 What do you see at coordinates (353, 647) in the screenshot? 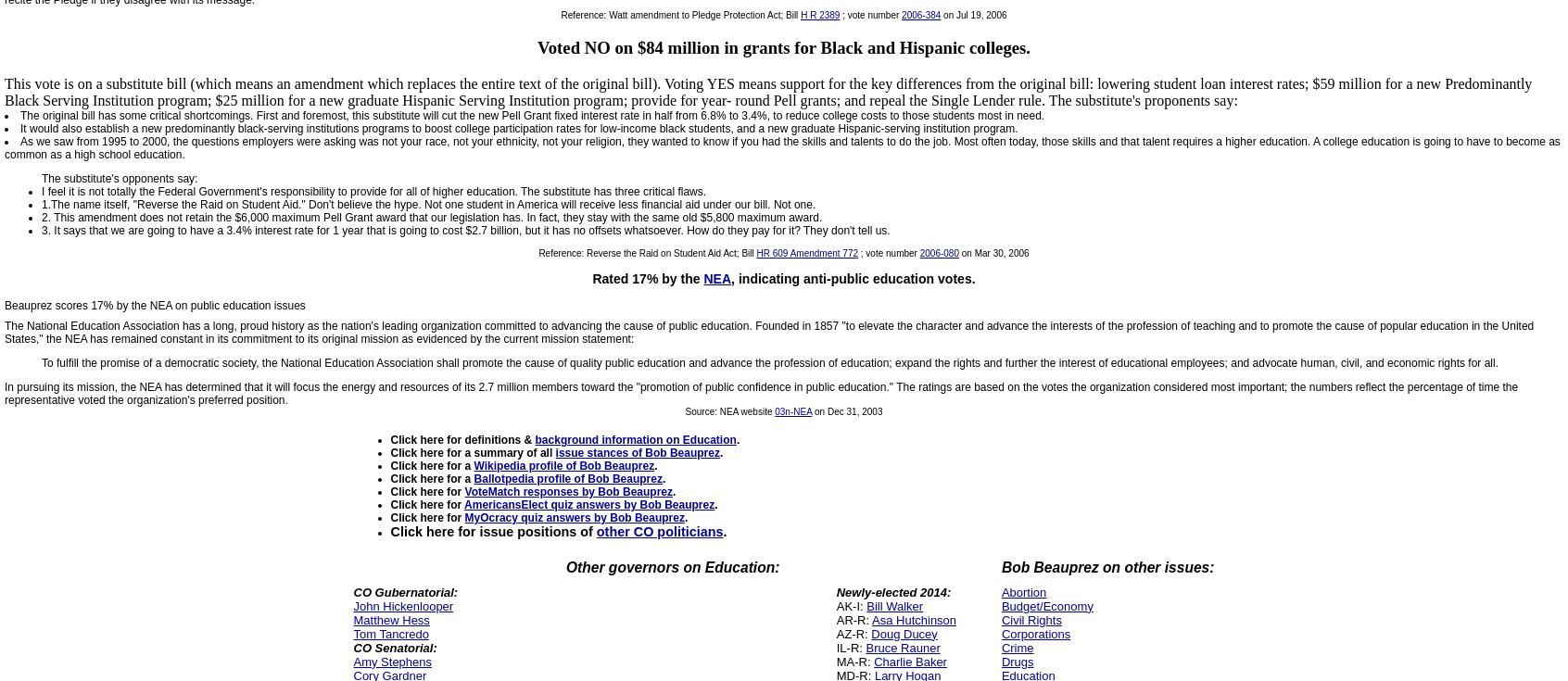
I see `'CO Senatorial:'` at bounding box center [353, 647].